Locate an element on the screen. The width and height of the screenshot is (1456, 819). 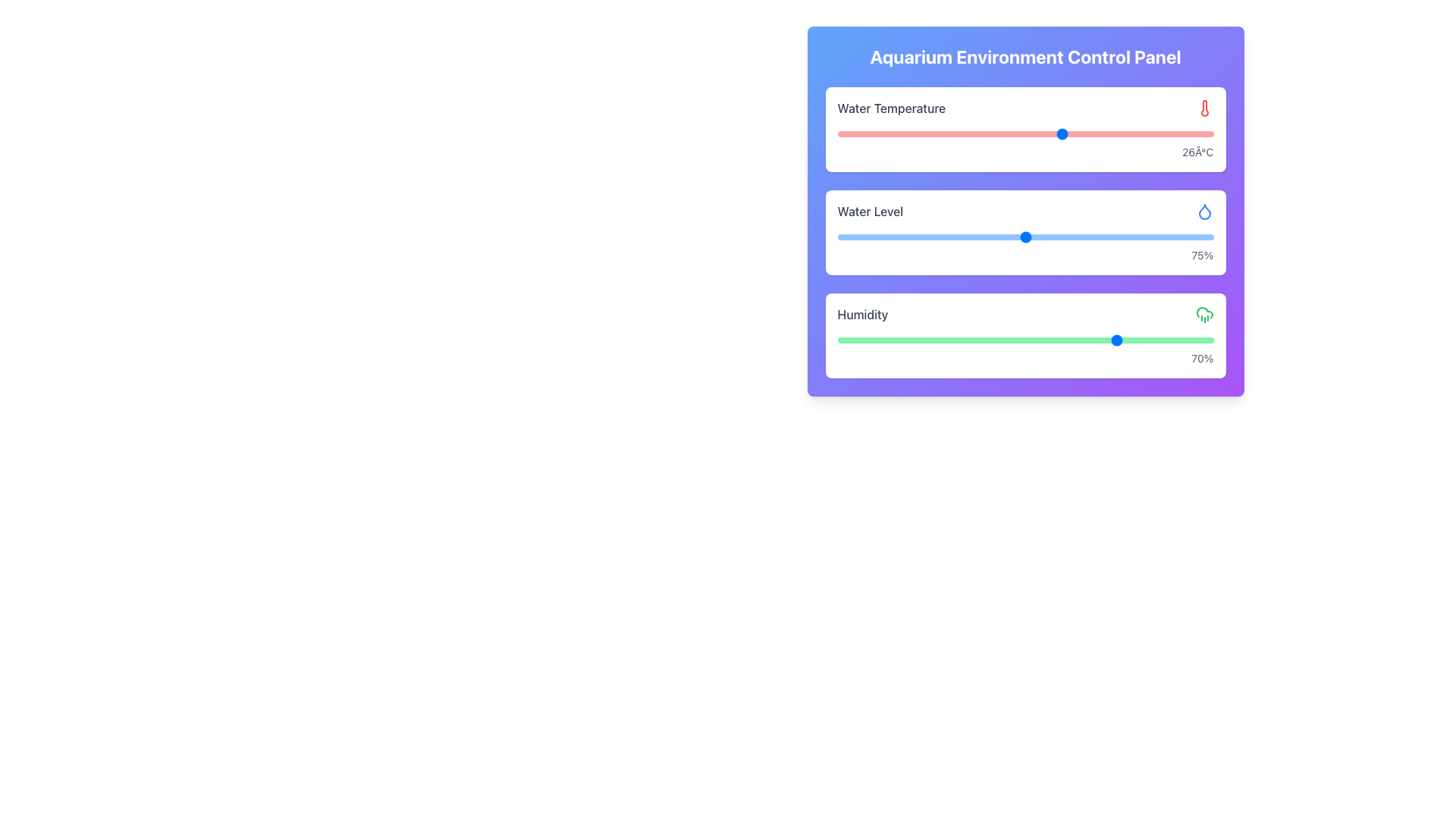
water level is located at coordinates (1167, 237).